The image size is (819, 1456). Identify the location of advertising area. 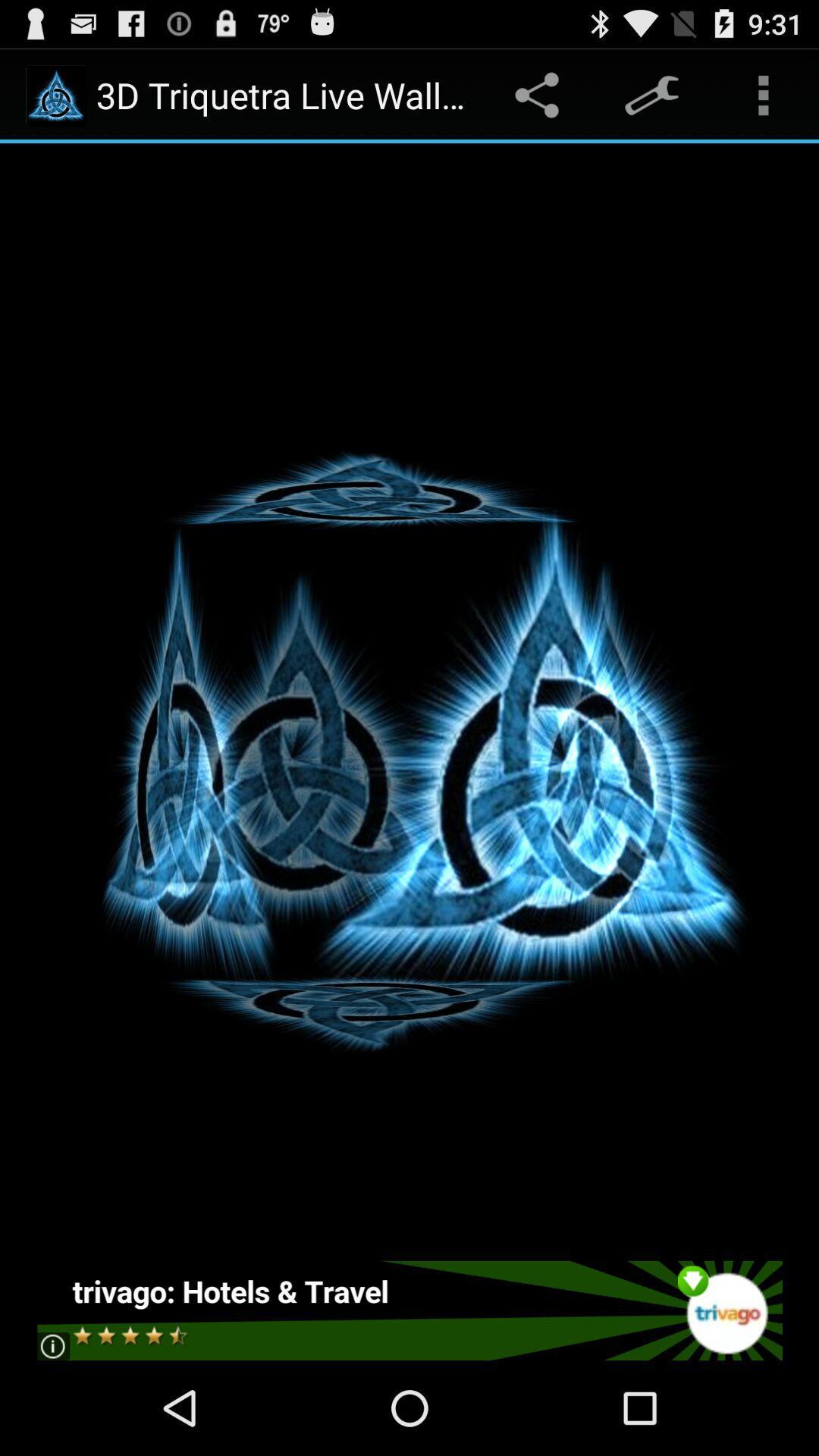
(408, 1310).